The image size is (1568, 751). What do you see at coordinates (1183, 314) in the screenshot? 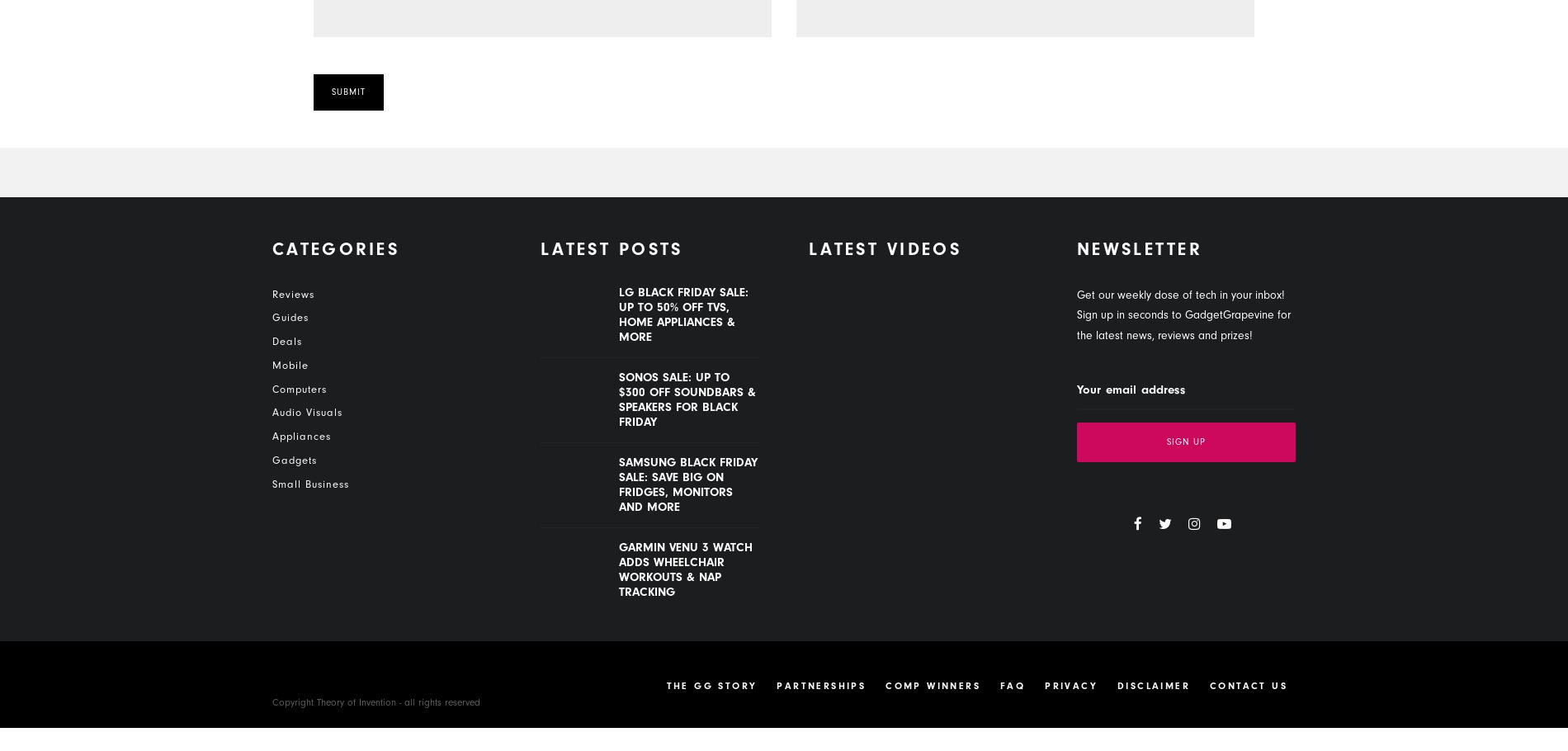
I see `'Get our weekly dose of tech in your inbox! Sign up in seconds to GadgetGrapevine for the latest news, reviews and prizes!'` at bounding box center [1183, 314].